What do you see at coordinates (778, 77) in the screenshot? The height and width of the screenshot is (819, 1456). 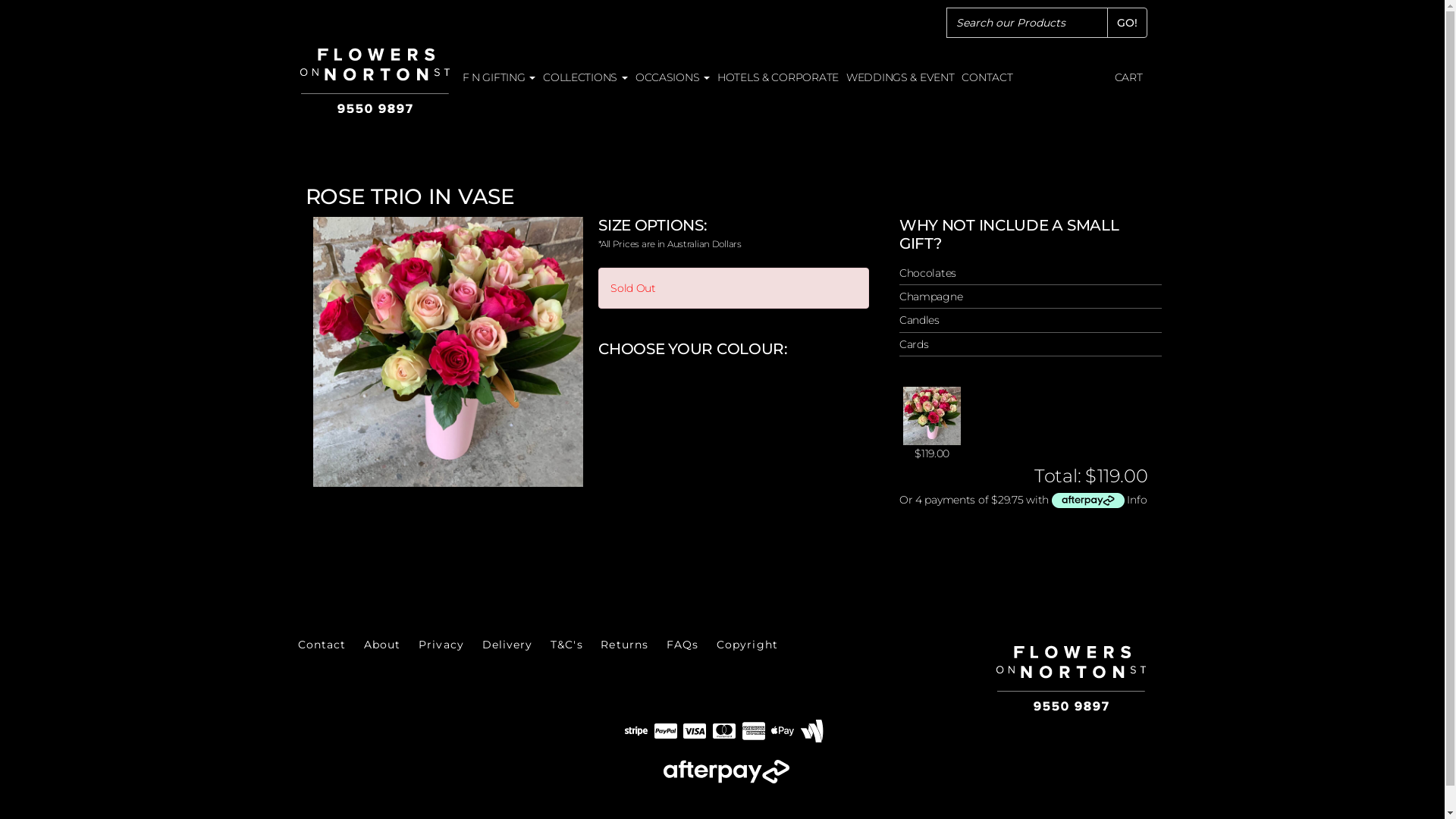 I see `'HOTELS & CORPORATE'` at bounding box center [778, 77].